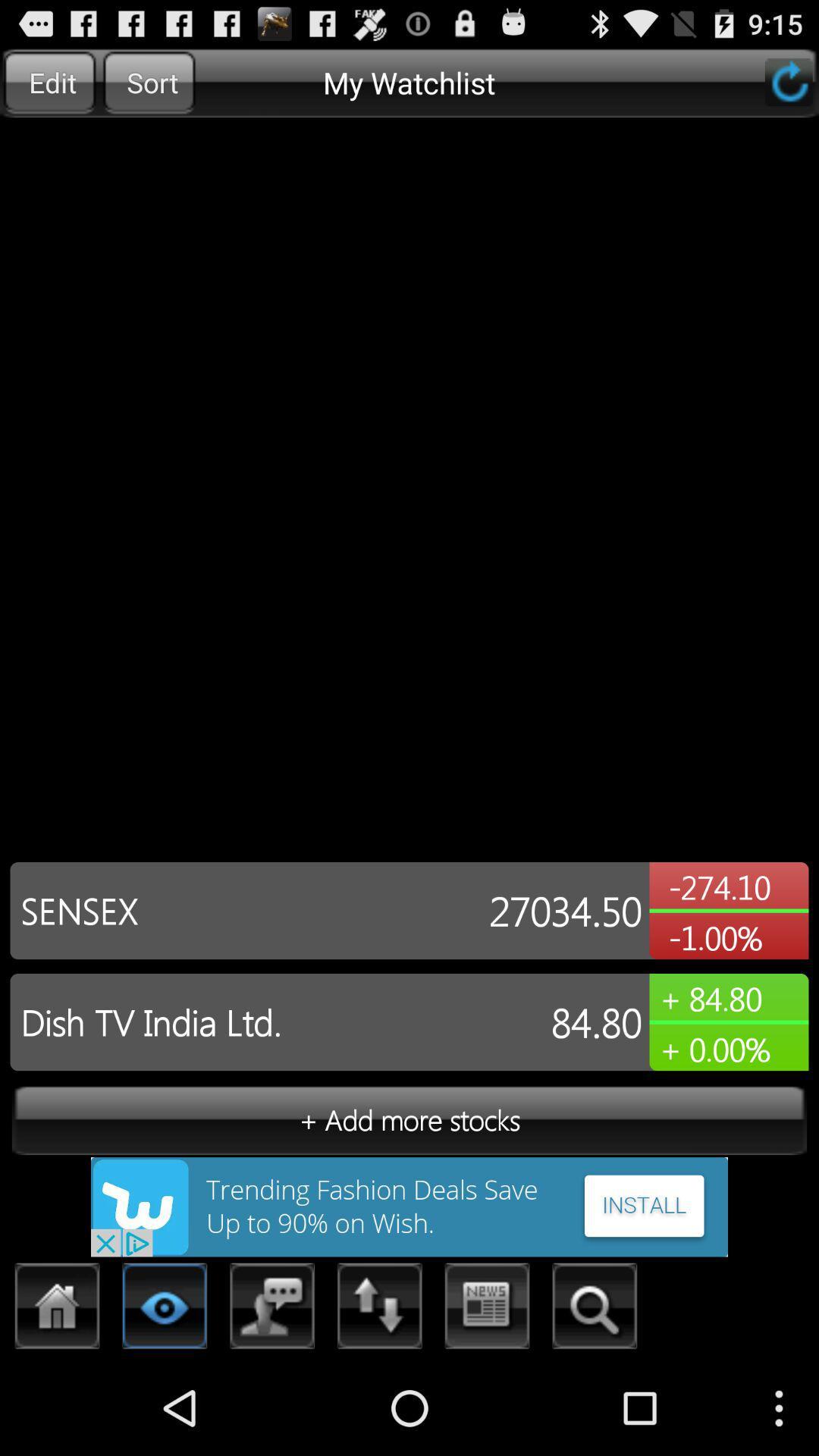  What do you see at coordinates (594, 1310) in the screenshot?
I see `search option` at bounding box center [594, 1310].